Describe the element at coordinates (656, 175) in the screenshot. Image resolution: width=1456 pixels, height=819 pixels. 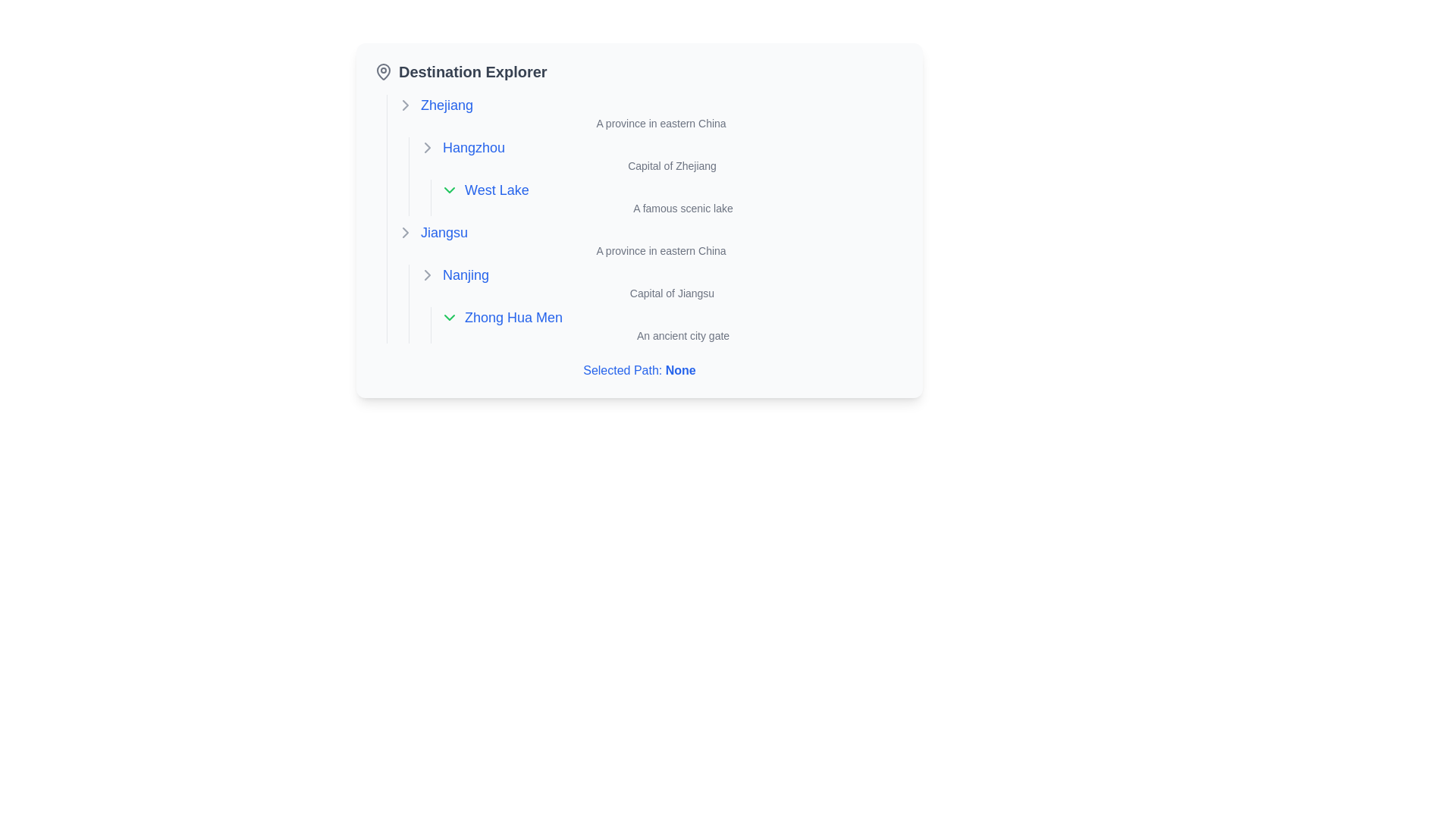
I see `descriptive information text block about 'Hangzhou', which is located below the clickable label for 'Hangzhou' and above the description of 'West Lake'` at that location.